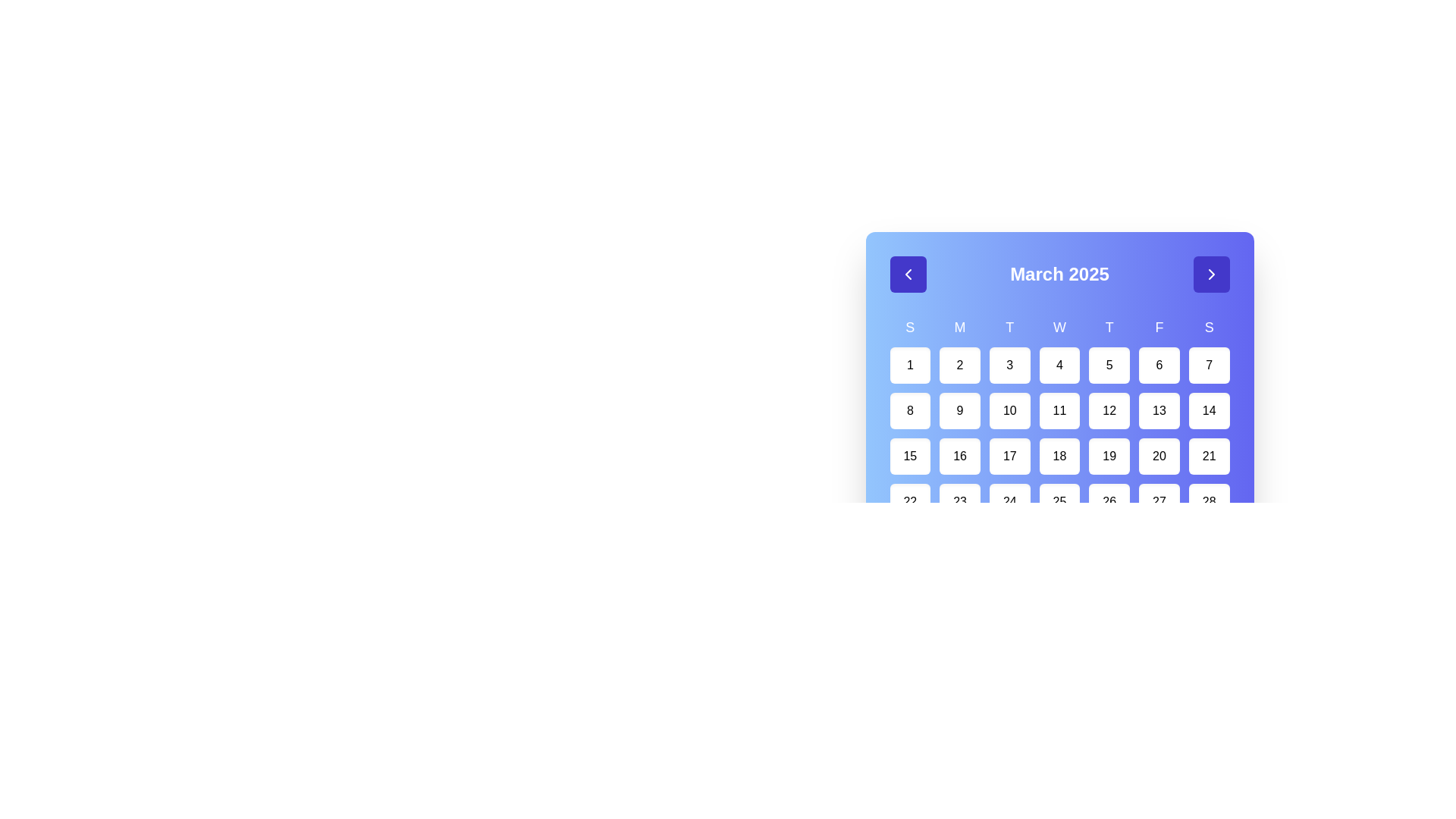  What do you see at coordinates (1158, 455) in the screenshot?
I see `the white rounded button displaying the number '20' in black bold text, located in the fourth row and sixth column of the calendar layout` at bounding box center [1158, 455].